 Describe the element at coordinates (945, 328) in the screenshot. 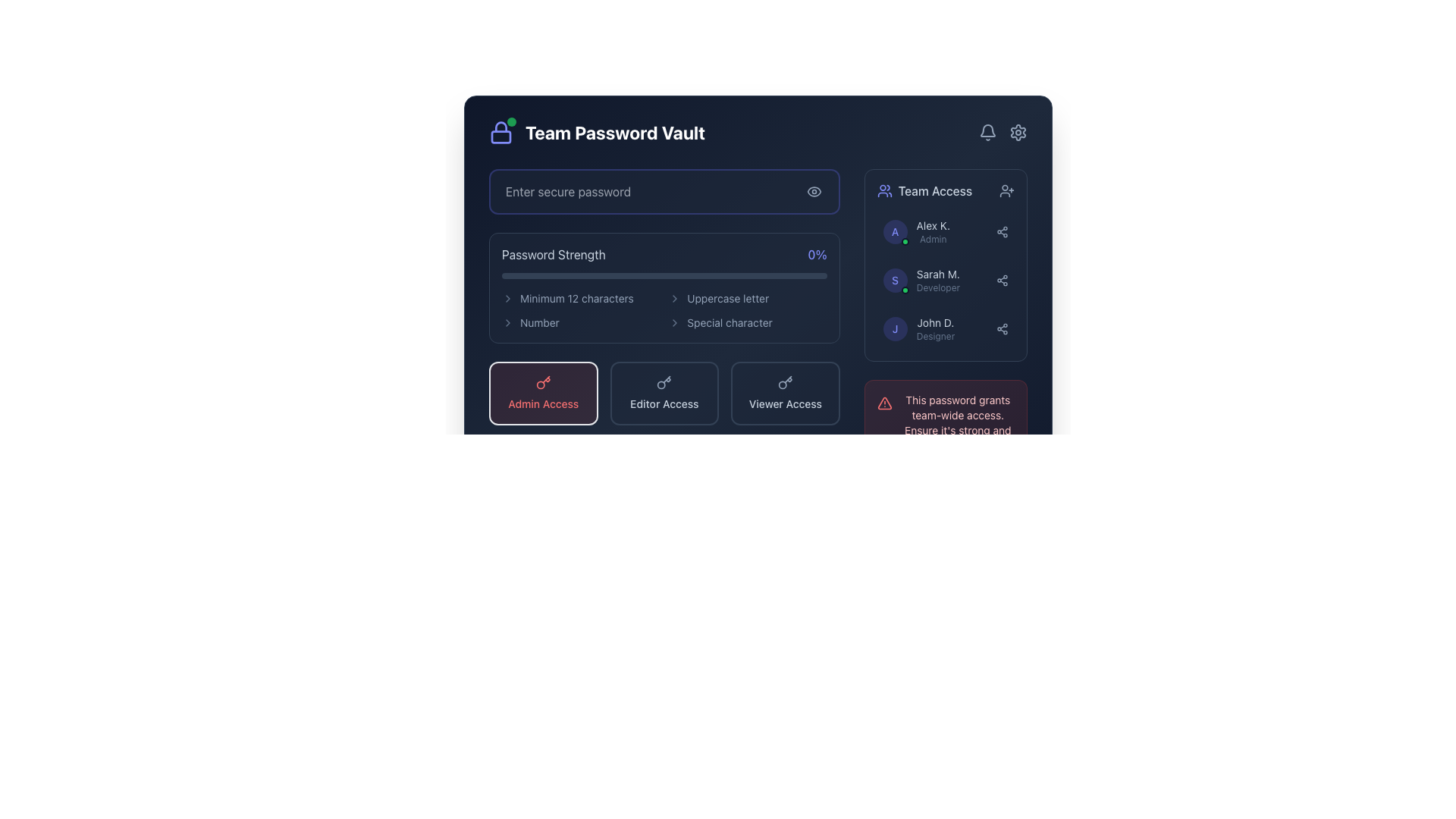

I see `the share icon associated with the user profile 'John D.' in the Team Access list` at that location.